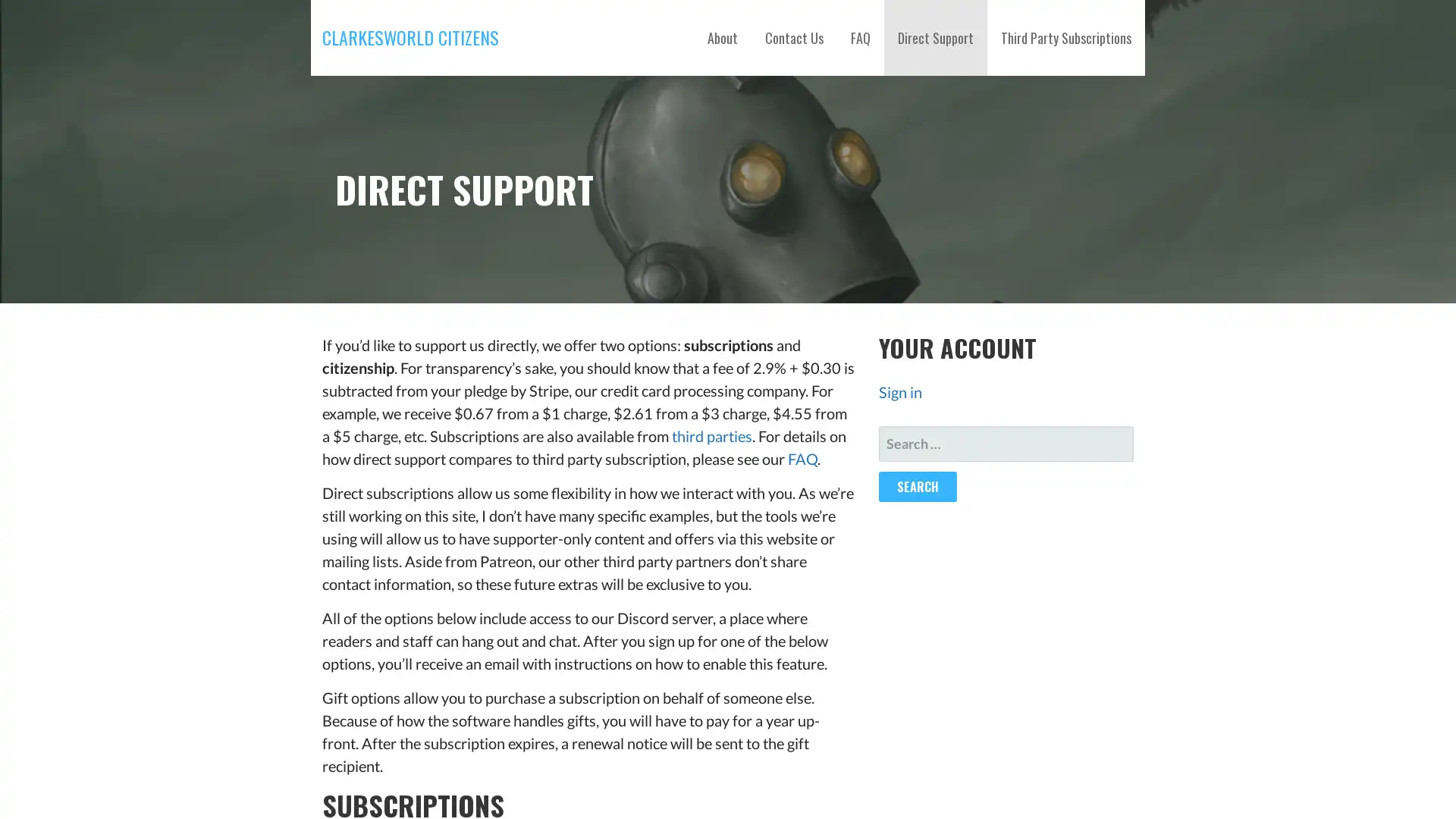 The width and height of the screenshot is (1456, 819). What do you see at coordinates (916, 486) in the screenshot?
I see `Search` at bounding box center [916, 486].